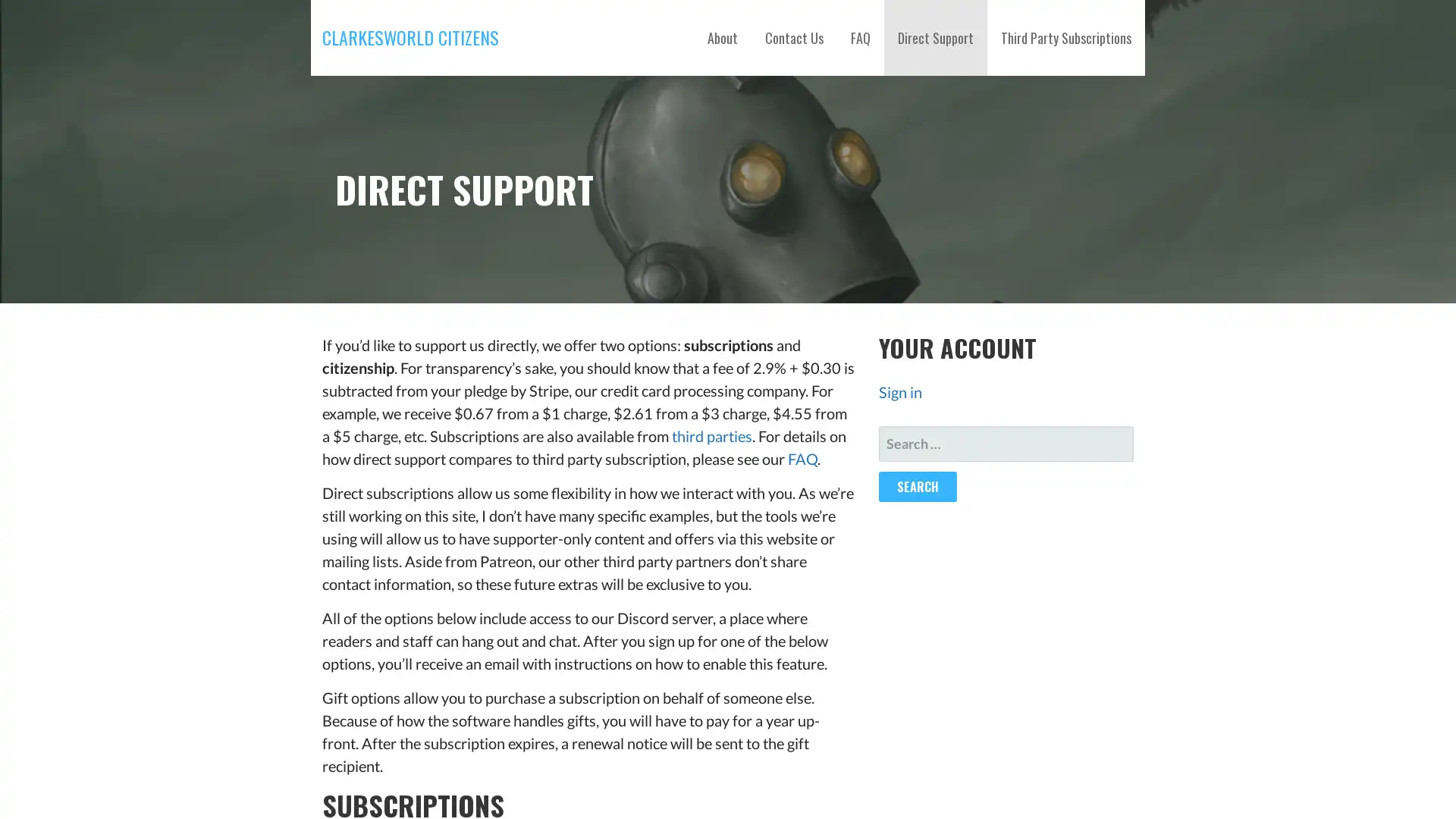 The width and height of the screenshot is (1456, 819). What do you see at coordinates (916, 486) in the screenshot?
I see `Search` at bounding box center [916, 486].